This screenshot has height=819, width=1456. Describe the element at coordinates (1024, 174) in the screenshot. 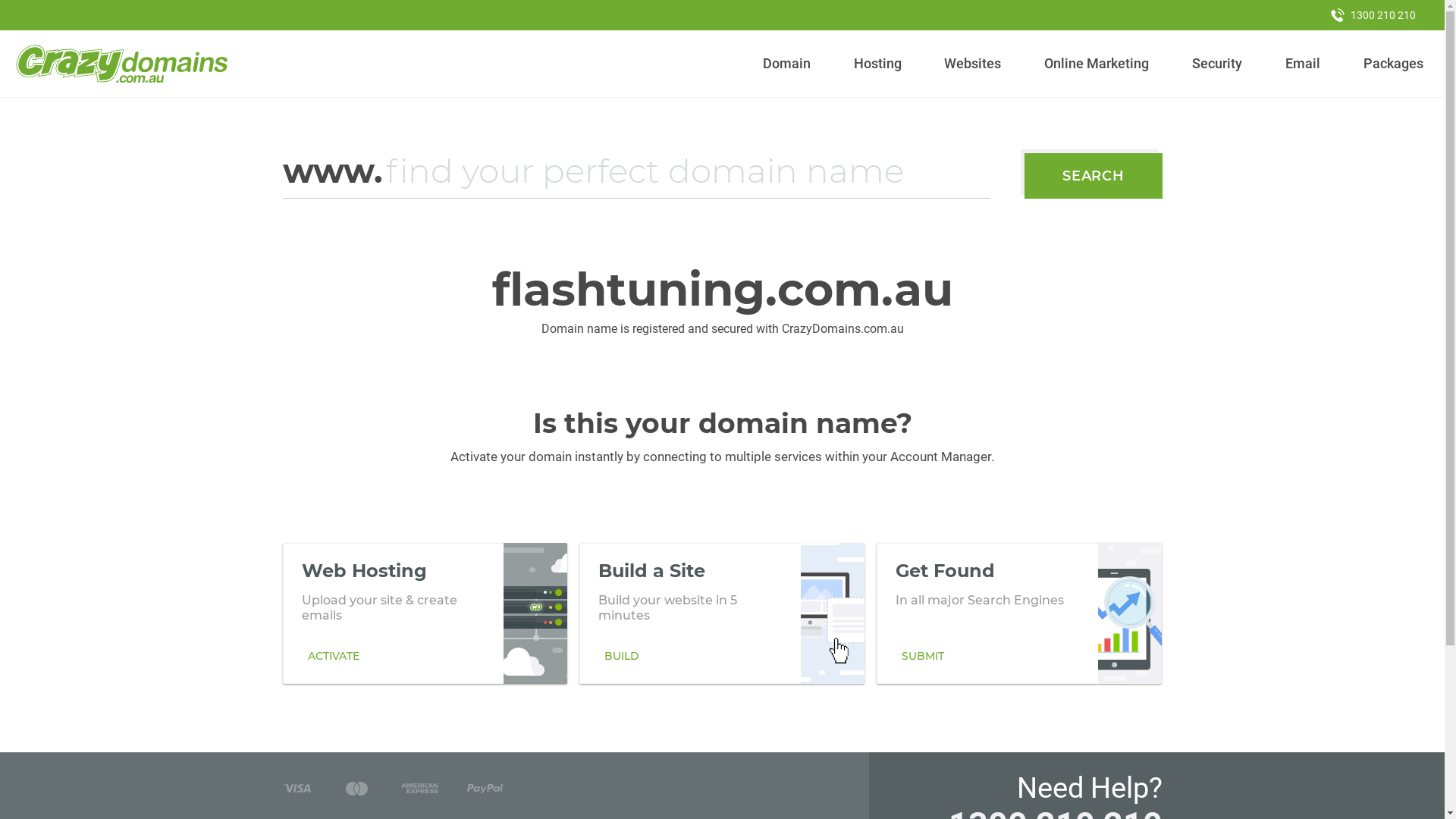

I see `'SEARCH'` at that location.